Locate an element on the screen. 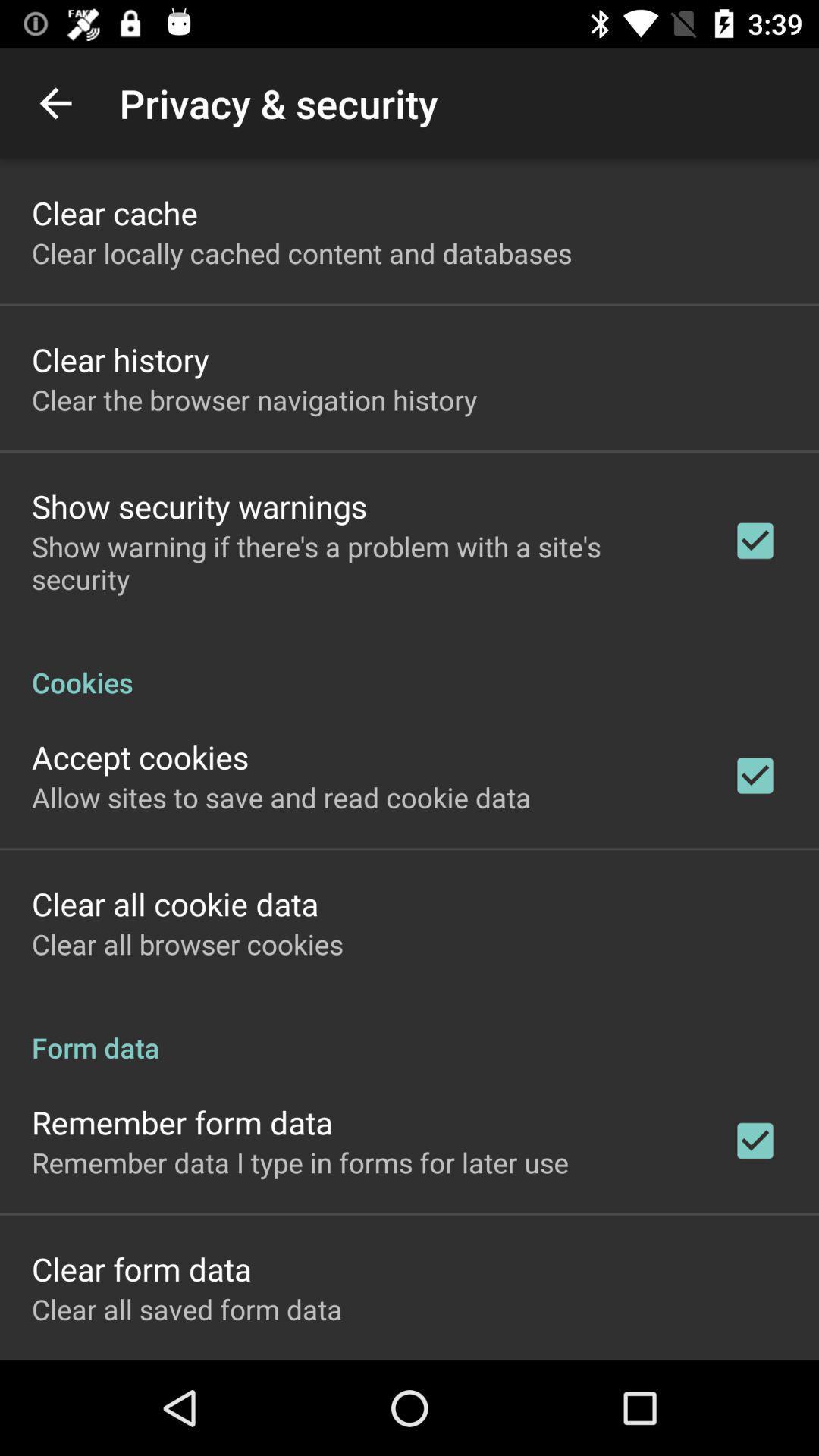  item above the cookies item is located at coordinates (362, 562).